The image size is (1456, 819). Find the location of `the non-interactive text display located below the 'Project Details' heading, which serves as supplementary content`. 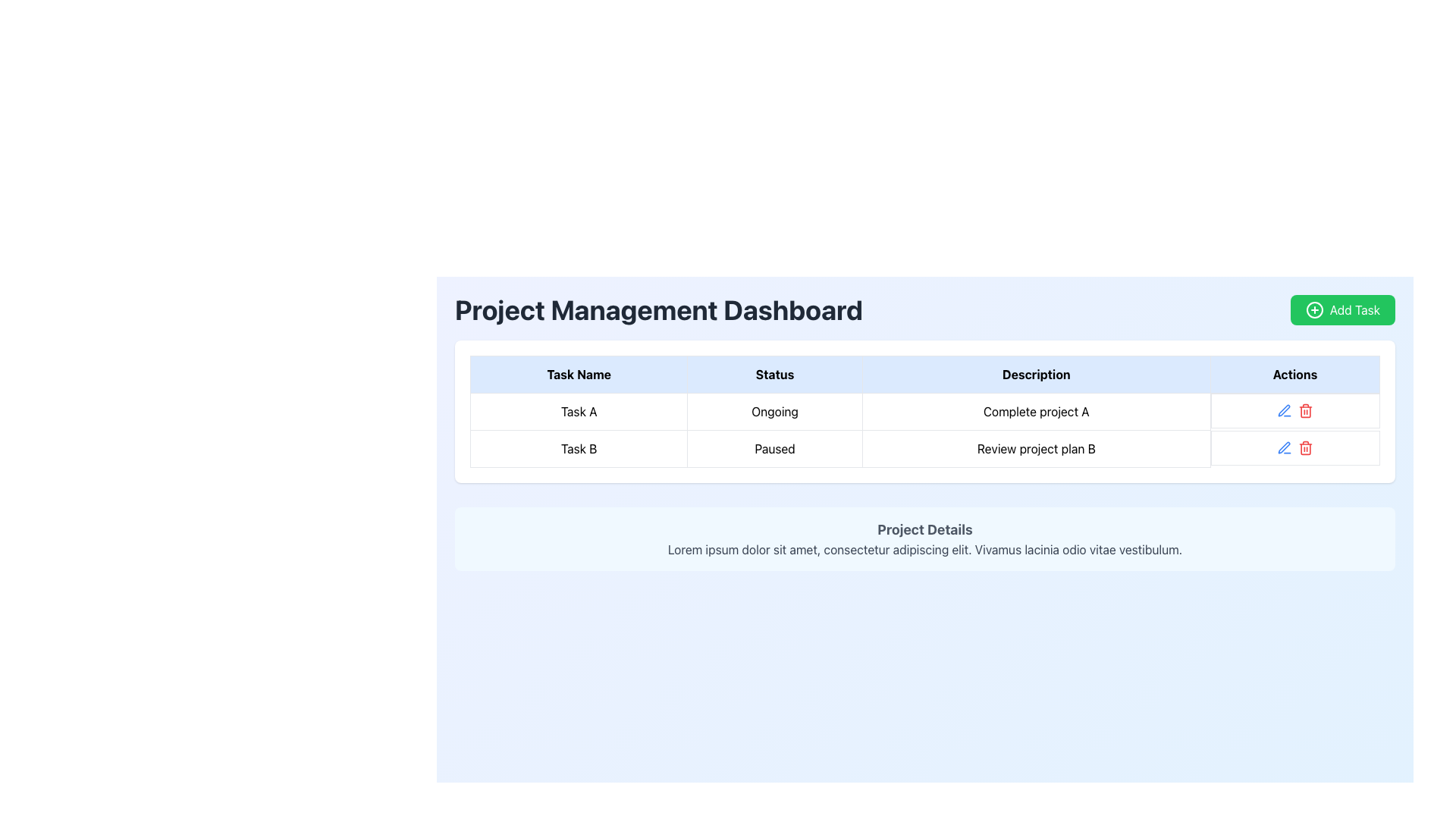

the non-interactive text display located below the 'Project Details' heading, which serves as supplementary content is located at coordinates (924, 550).